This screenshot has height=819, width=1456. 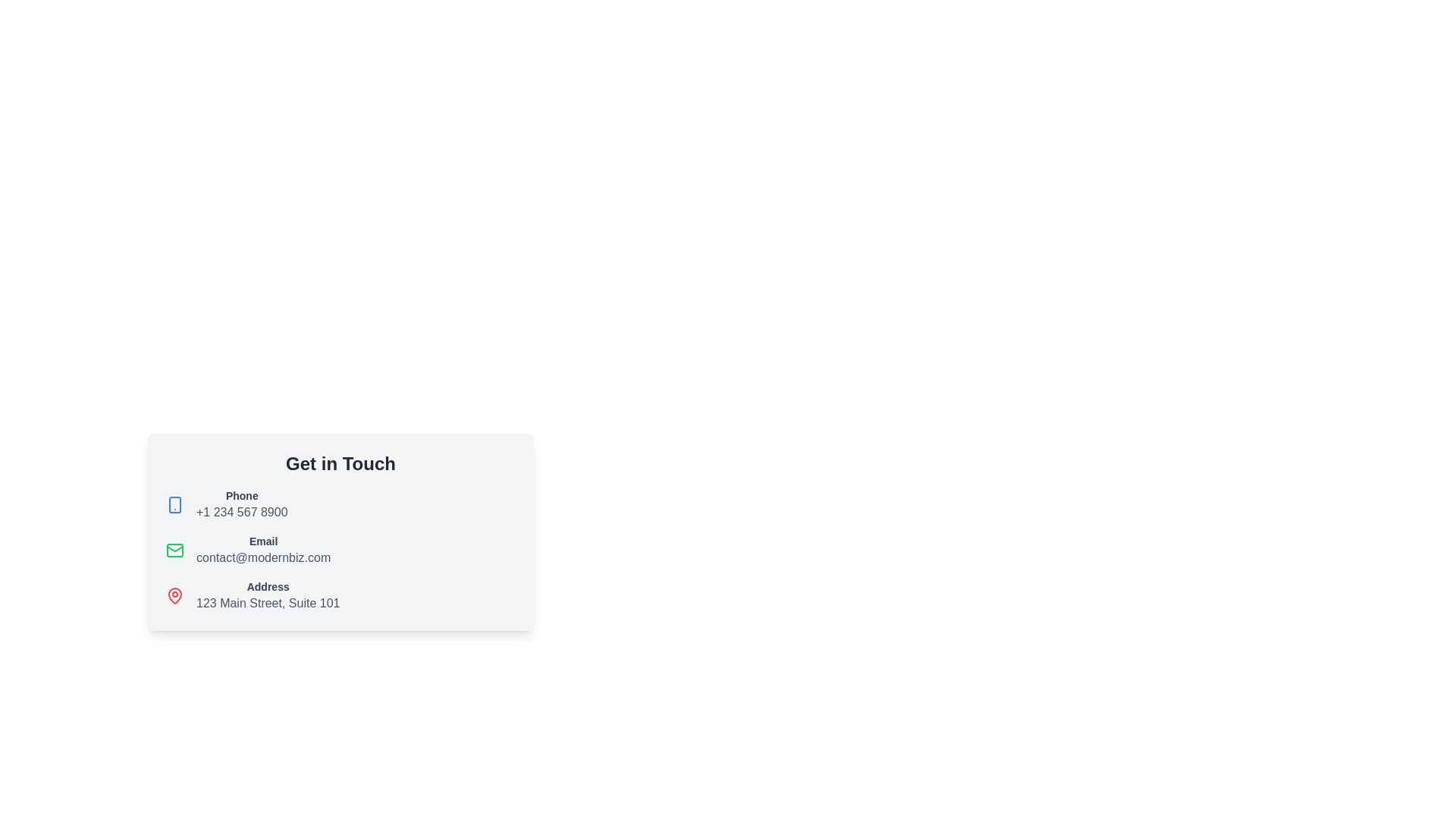 What do you see at coordinates (340, 595) in the screenshot?
I see `the address section of the contact information, which includes a red map pin icon and the text 'Address' and '123 Main Street, Suite 101'` at bounding box center [340, 595].